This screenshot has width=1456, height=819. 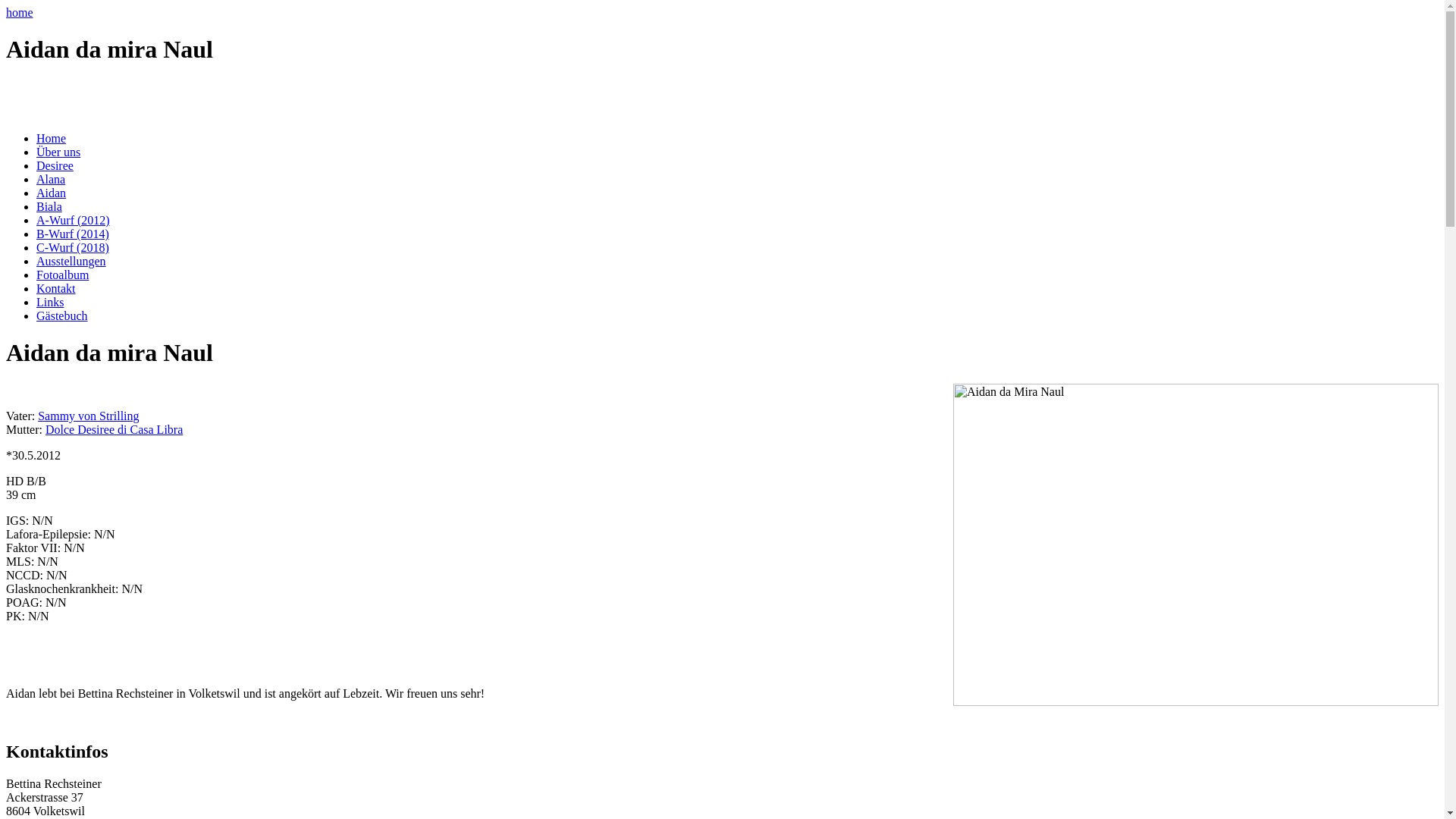 What do you see at coordinates (51, 192) in the screenshot?
I see `'Aidan'` at bounding box center [51, 192].